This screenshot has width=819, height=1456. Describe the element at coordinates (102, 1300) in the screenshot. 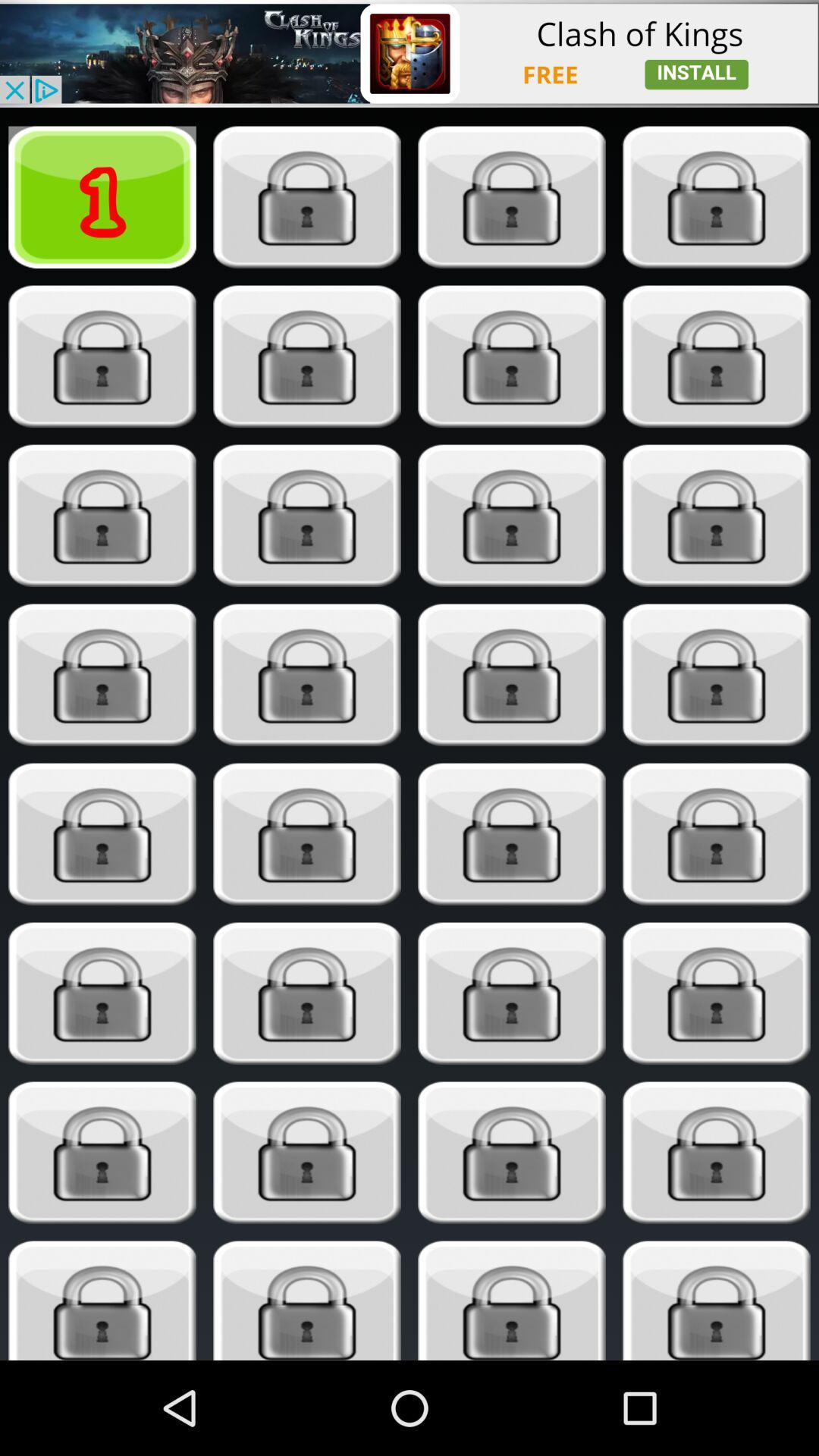

I see `look here` at that location.